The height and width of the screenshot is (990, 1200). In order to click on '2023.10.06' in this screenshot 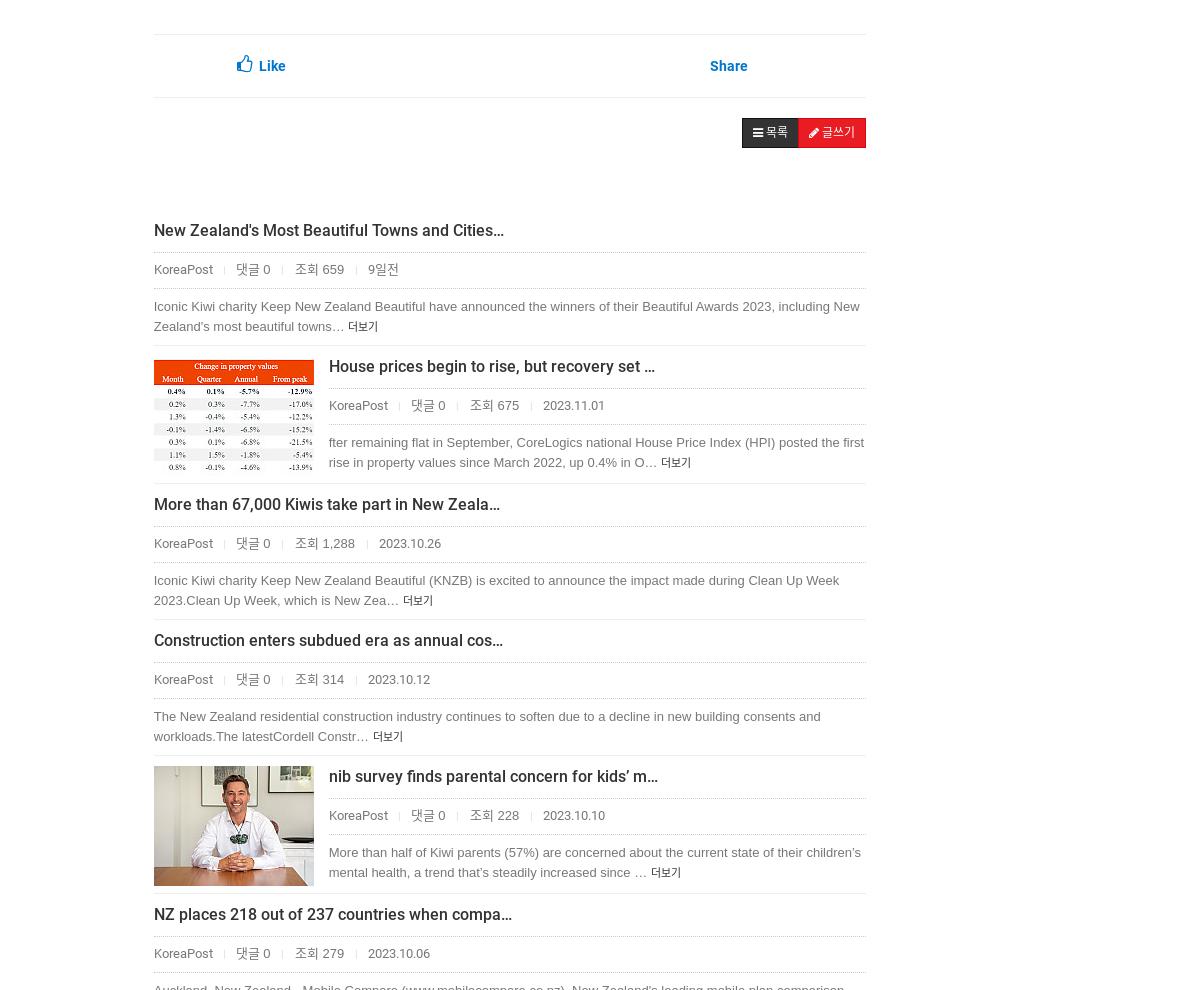, I will do `click(396, 953)`.